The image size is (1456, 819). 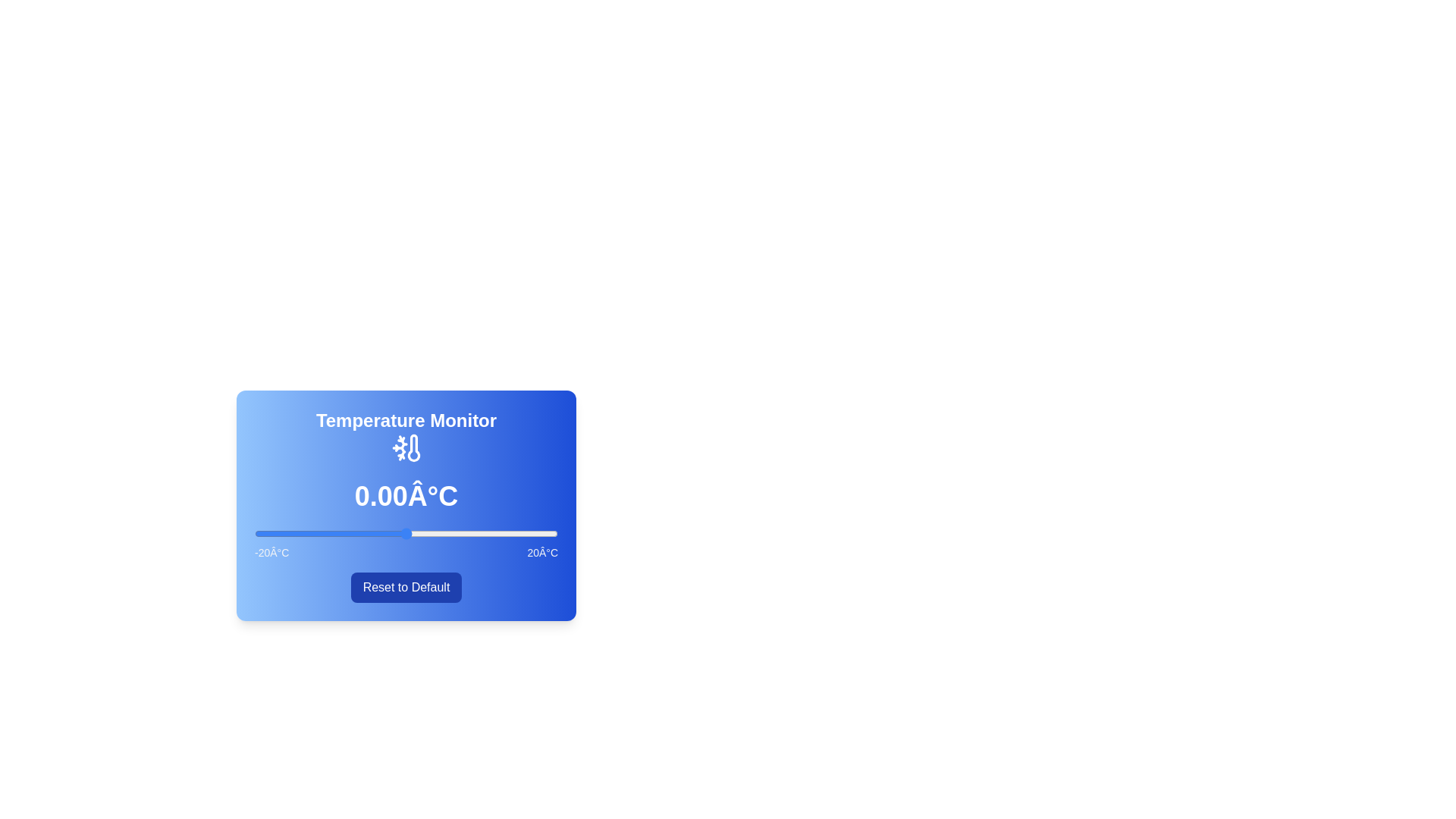 I want to click on the temperature slider to 6 degrees Celsius, so click(x=450, y=533).